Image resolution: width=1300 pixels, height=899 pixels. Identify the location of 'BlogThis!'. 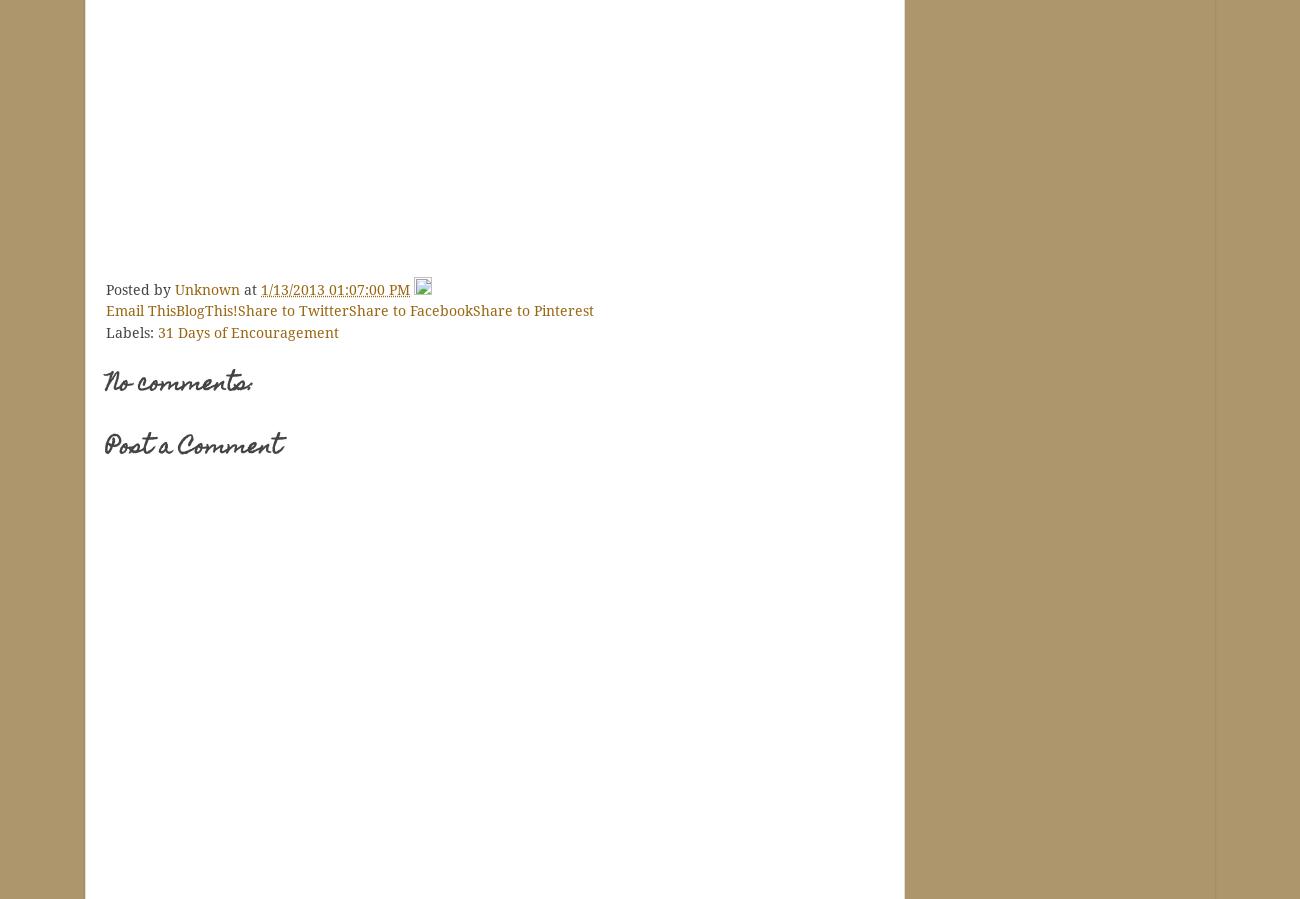
(206, 309).